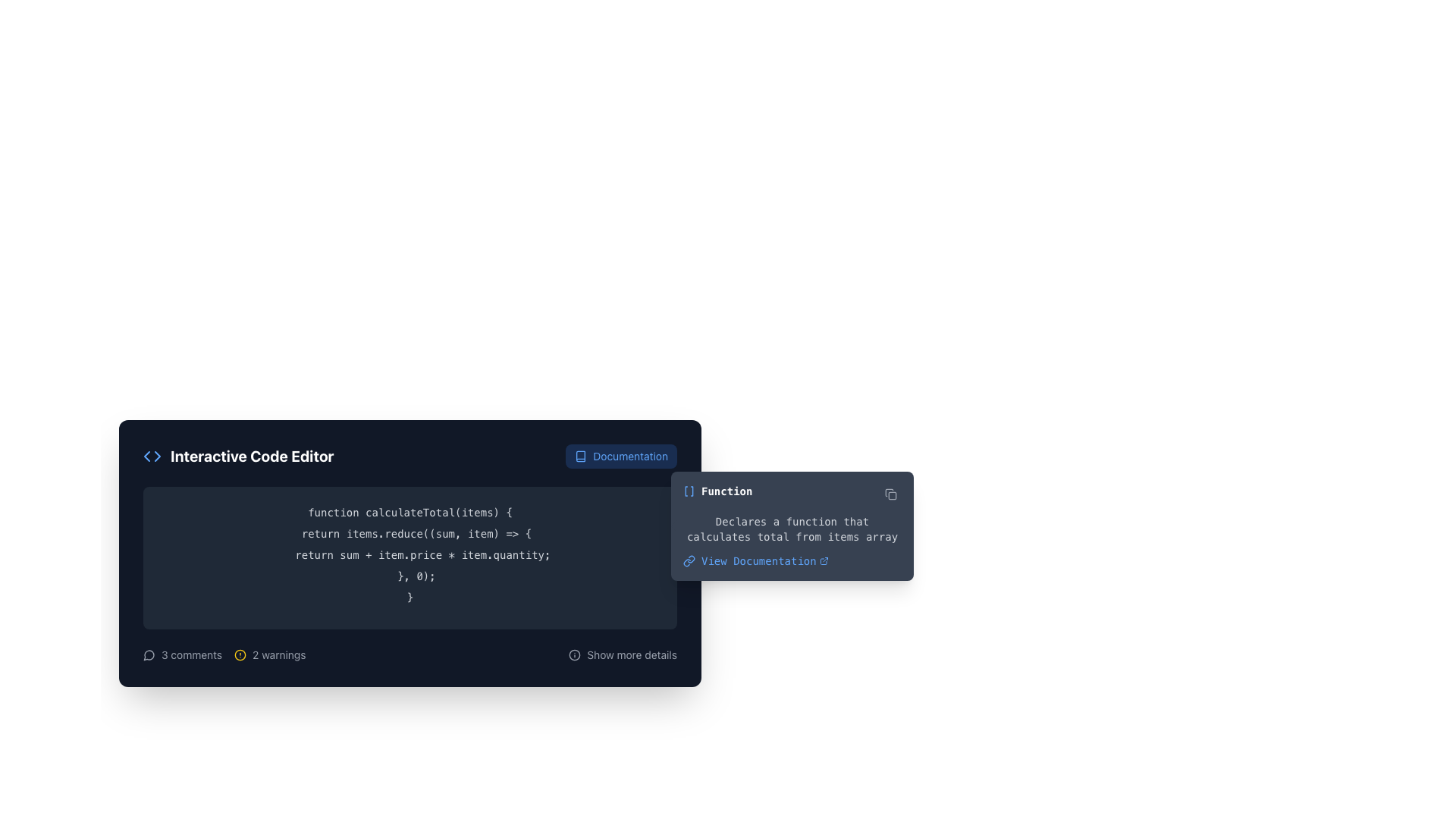 This screenshot has height=819, width=1456. What do you see at coordinates (410, 576) in the screenshot?
I see `the closing syntax of a JavaScript reduce function, which is the fifth line in a dark-themed code editor interface` at bounding box center [410, 576].